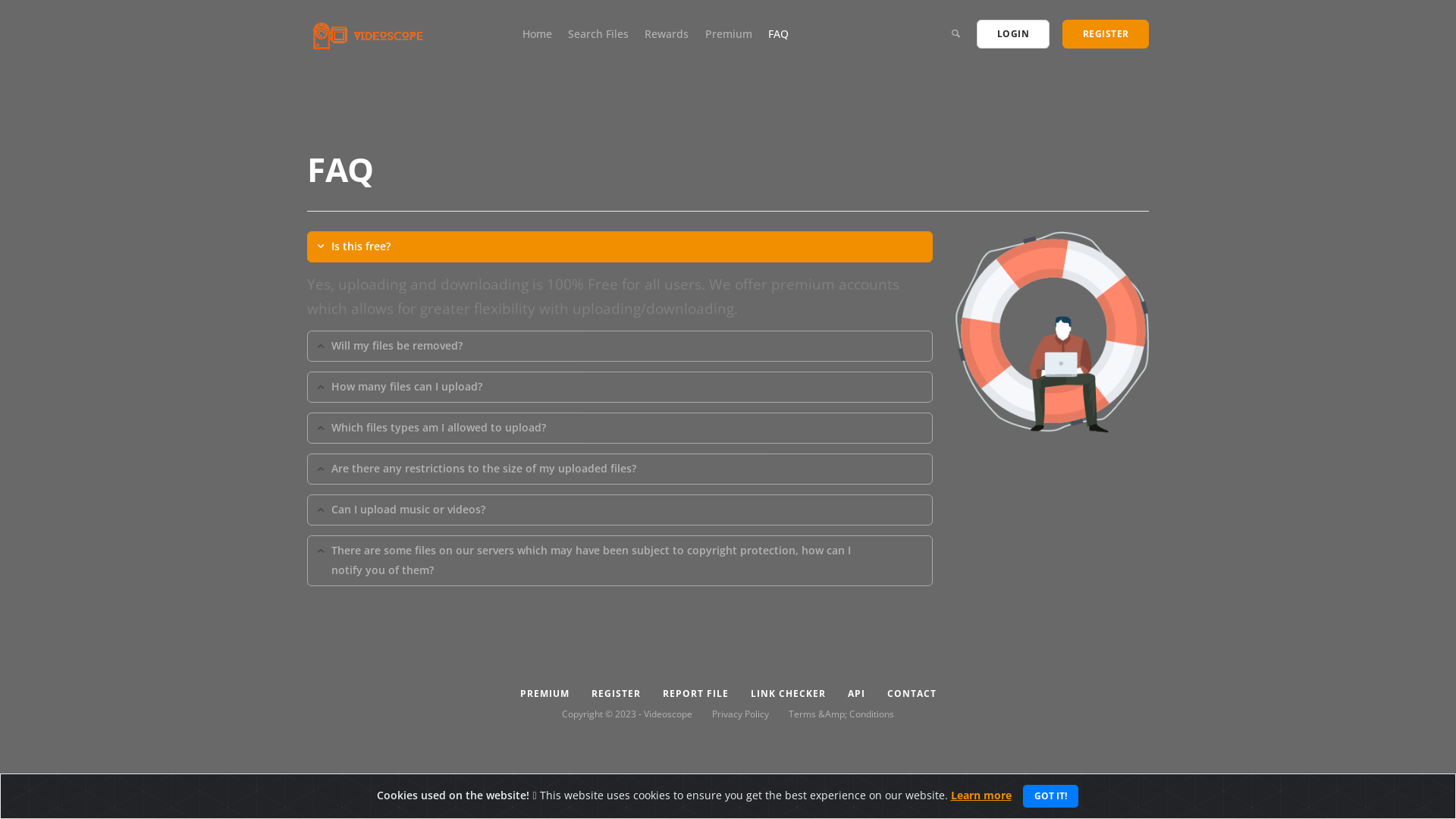  I want to click on 'REGISTER', so click(615, 693).